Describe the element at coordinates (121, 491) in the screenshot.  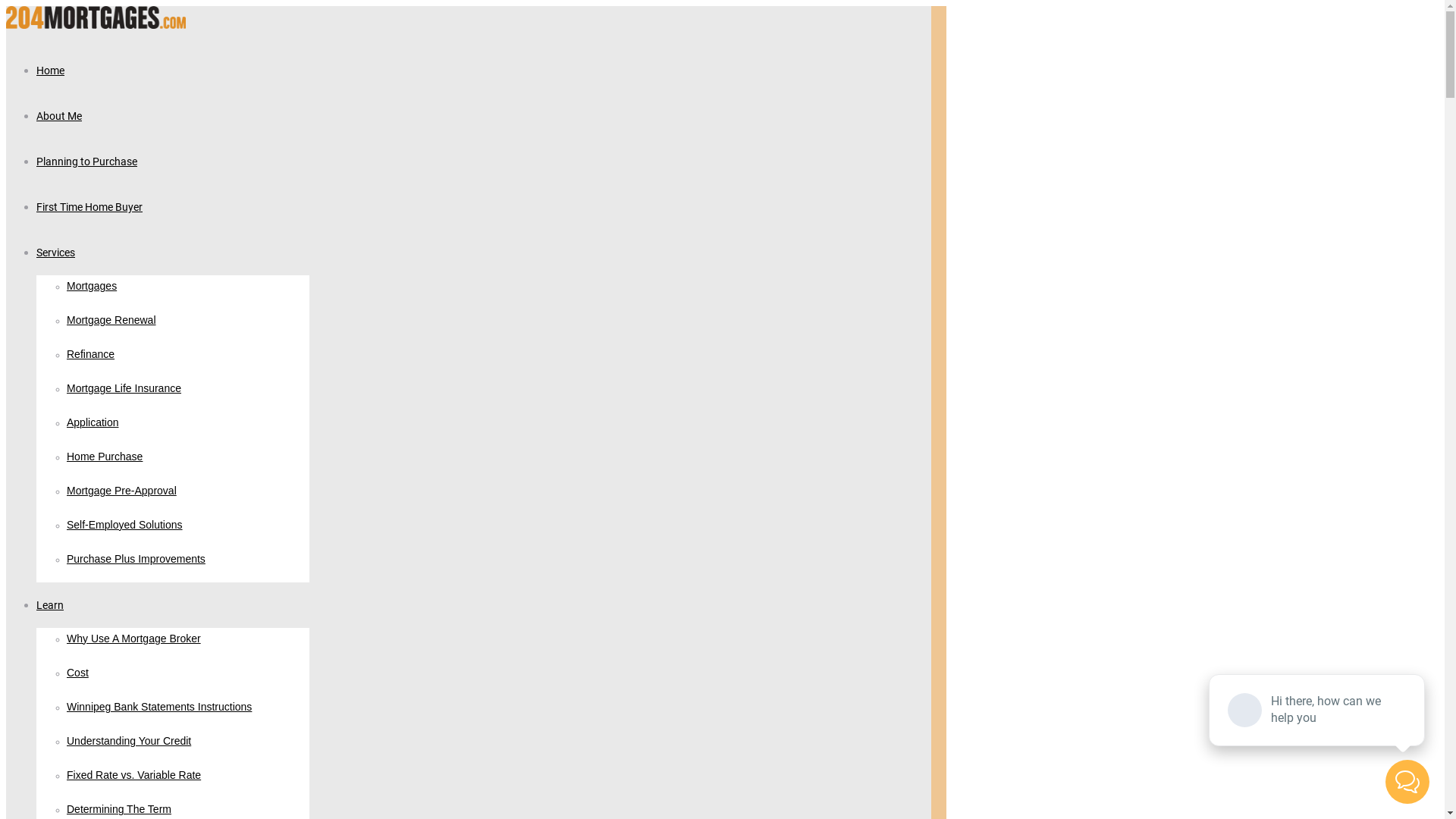
I see `'Mortgage Pre-Approval'` at that location.